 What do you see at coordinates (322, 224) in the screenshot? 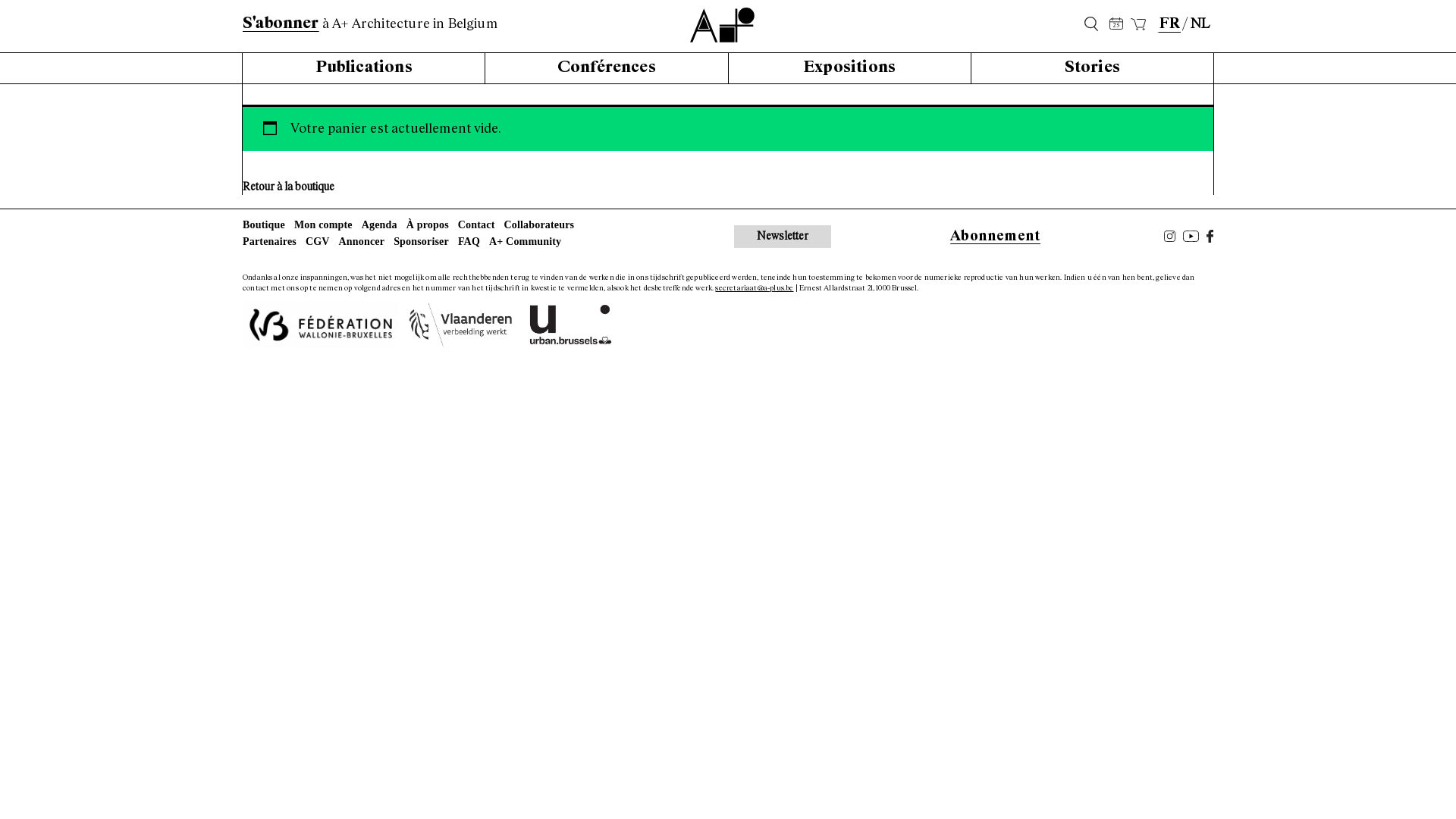
I see `'Mon compte'` at bounding box center [322, 224].